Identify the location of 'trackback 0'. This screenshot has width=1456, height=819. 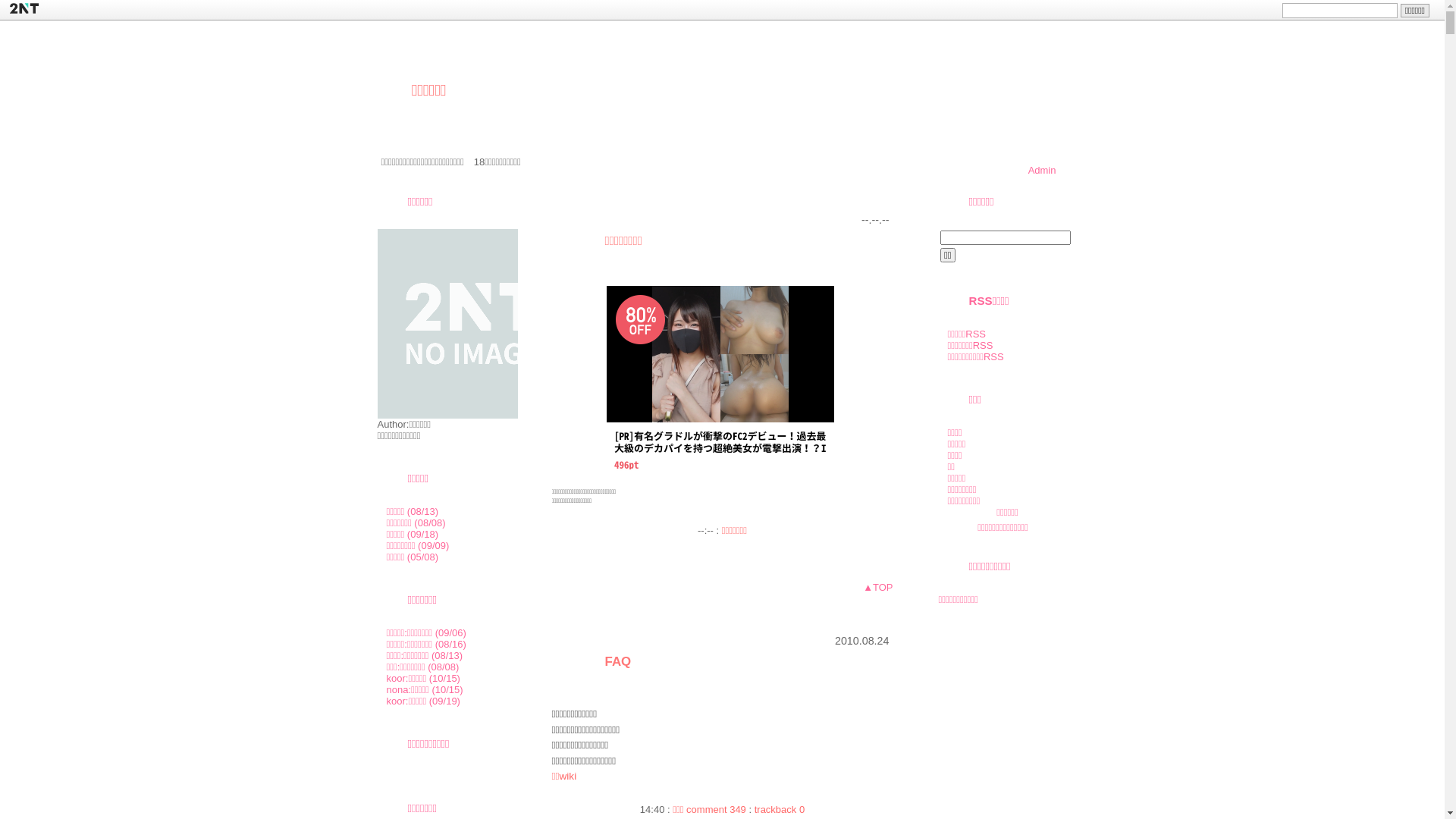
(779, 808).